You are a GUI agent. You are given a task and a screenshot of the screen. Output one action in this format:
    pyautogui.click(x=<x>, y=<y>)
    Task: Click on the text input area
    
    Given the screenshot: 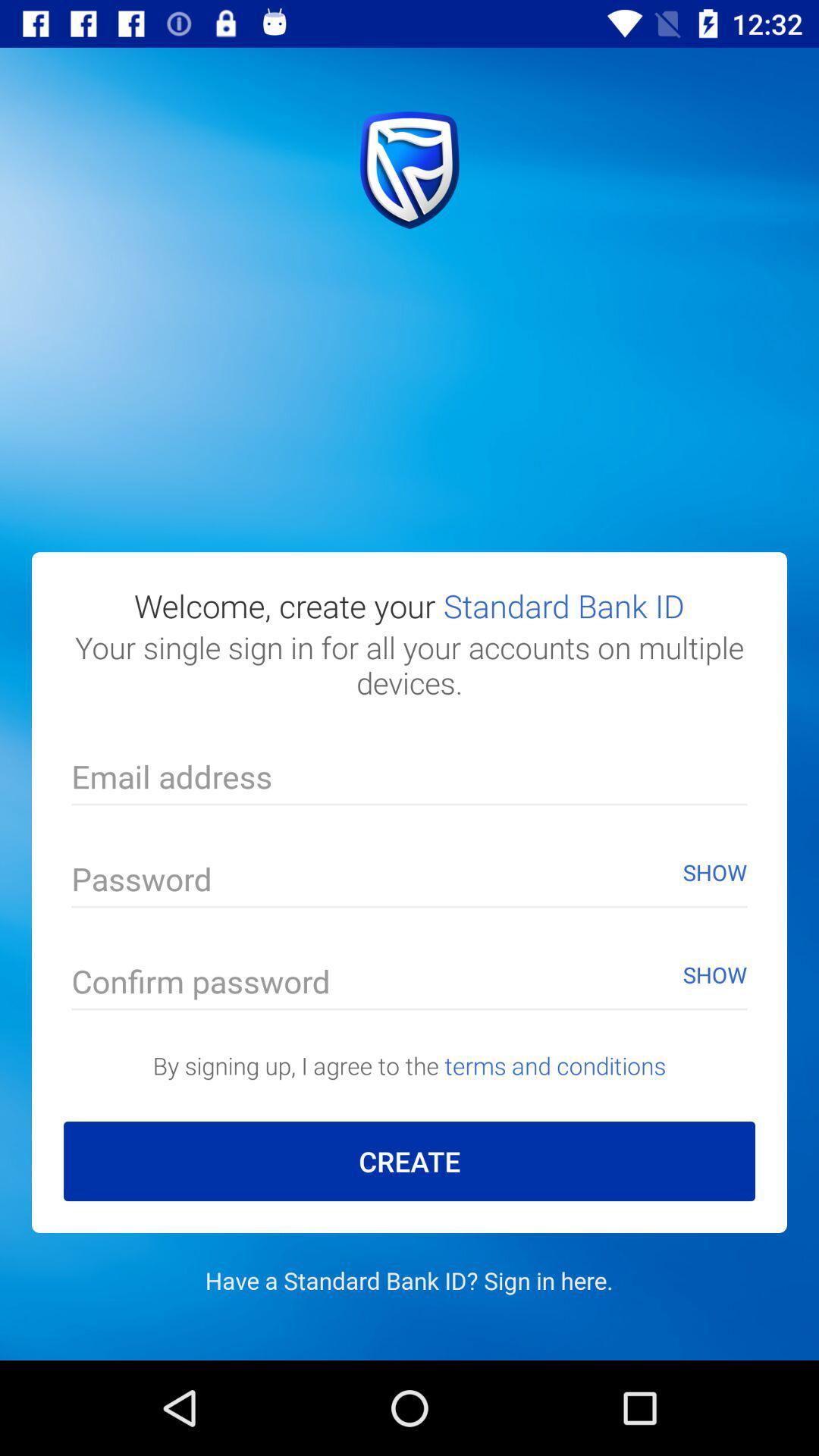 What is the action you would take?
    pyautogui.click(x=409, y=780)
    